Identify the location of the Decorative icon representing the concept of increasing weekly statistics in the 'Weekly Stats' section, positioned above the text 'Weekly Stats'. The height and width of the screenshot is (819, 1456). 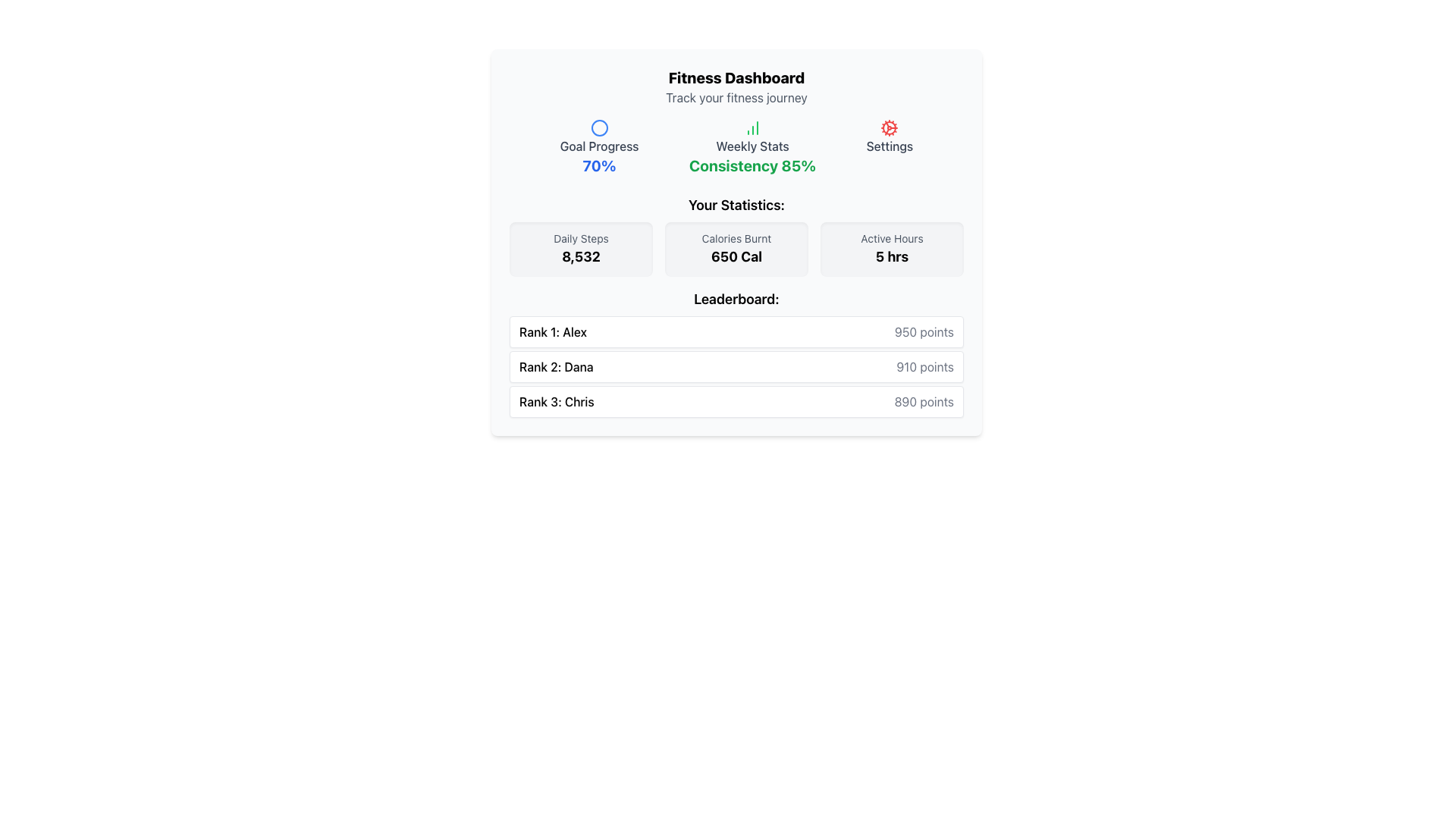
(752, 127).